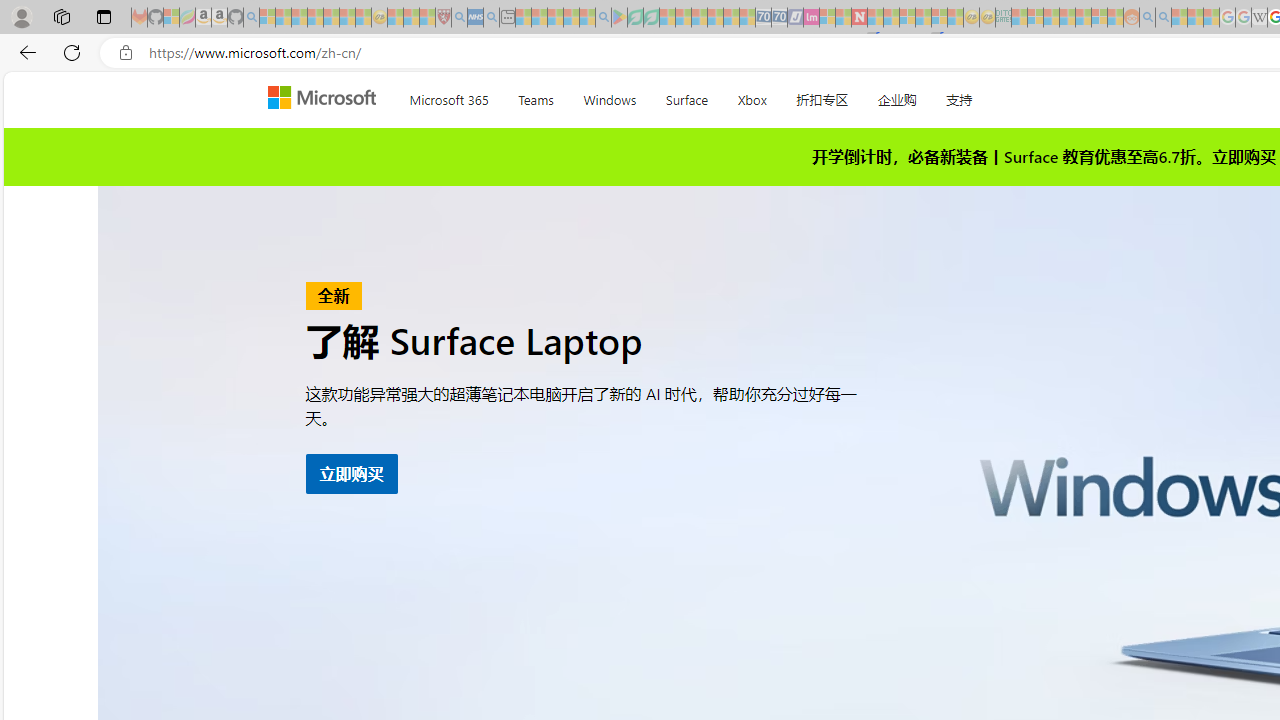 The height and width of the screenshot is (720, 1280). Describe the element at coordinates (491, 17) in the screenshot. I see `'utah sues federal government - Search - Sleeping'` at that location.